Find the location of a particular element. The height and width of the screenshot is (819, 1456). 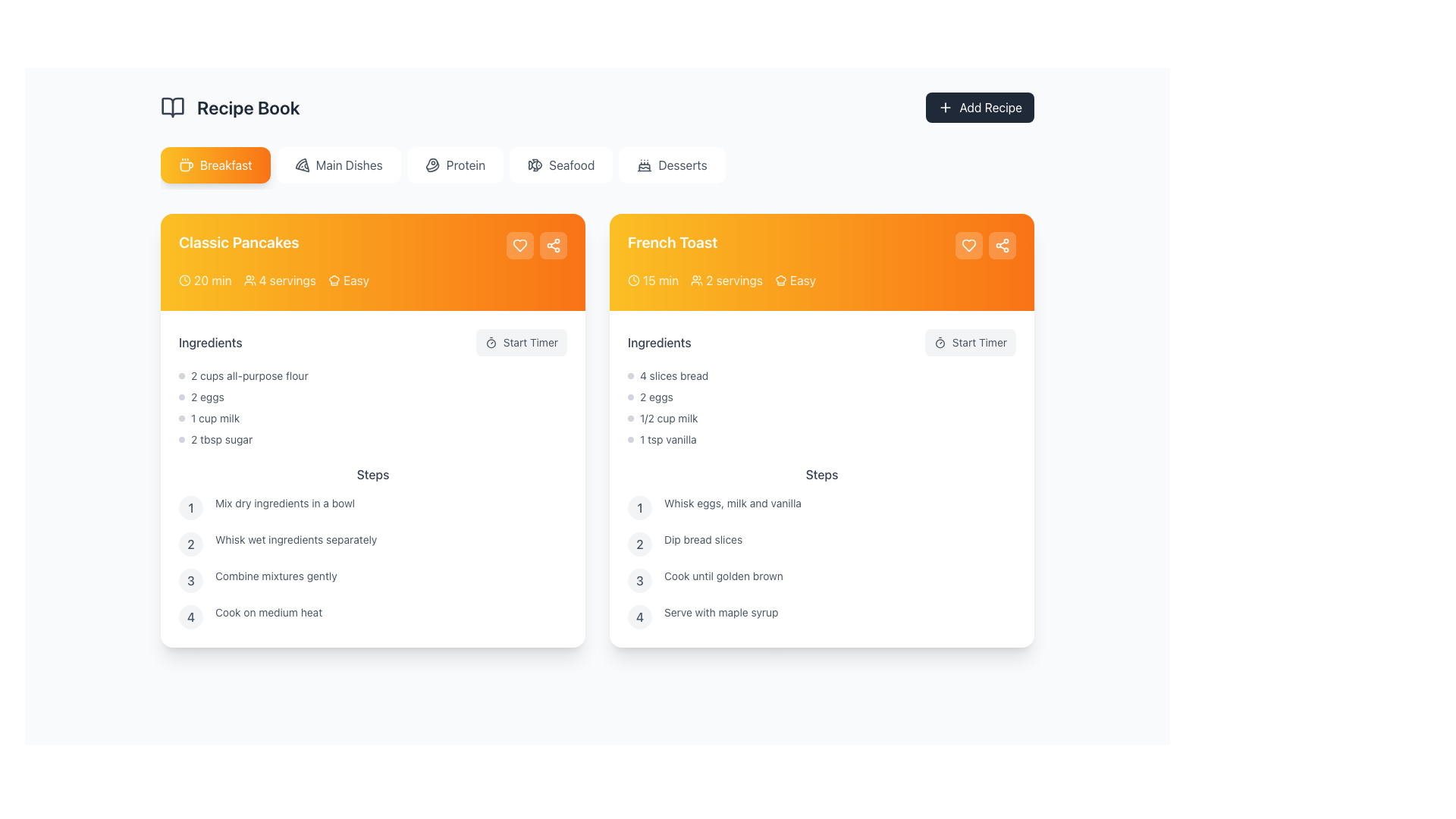

the non-interactive text label that reads 'Combine mixtures gently', which is the third step in the 'Steps' section of the 'Classic Pancakes' recipe card is located at coordinates (276, 580).